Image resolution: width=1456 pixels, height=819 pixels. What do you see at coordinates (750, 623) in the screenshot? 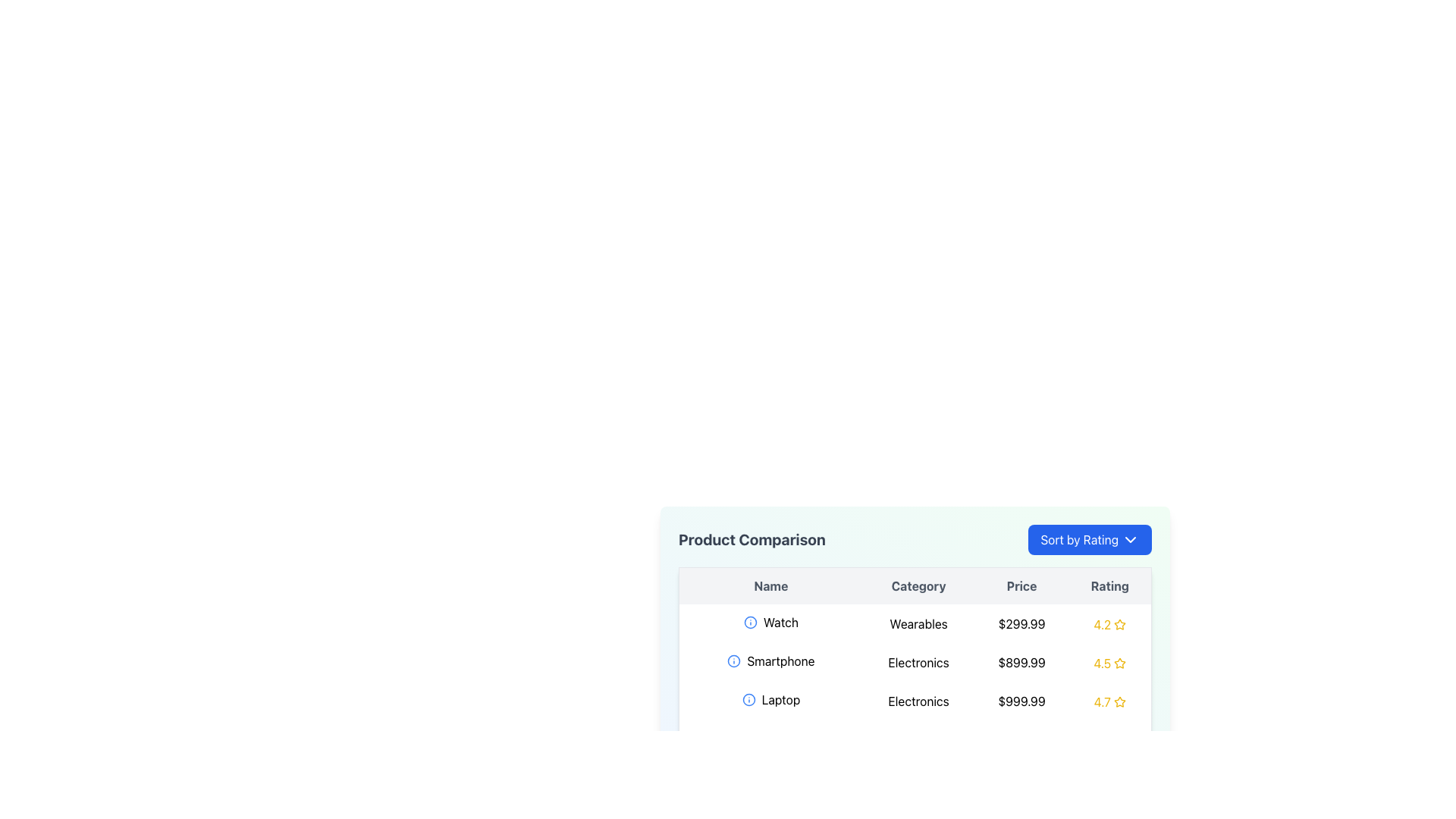
I see `the informational icon located to the left of the text 'Watch' in the 'Name' column of the table` at bounding box center [750, 623].